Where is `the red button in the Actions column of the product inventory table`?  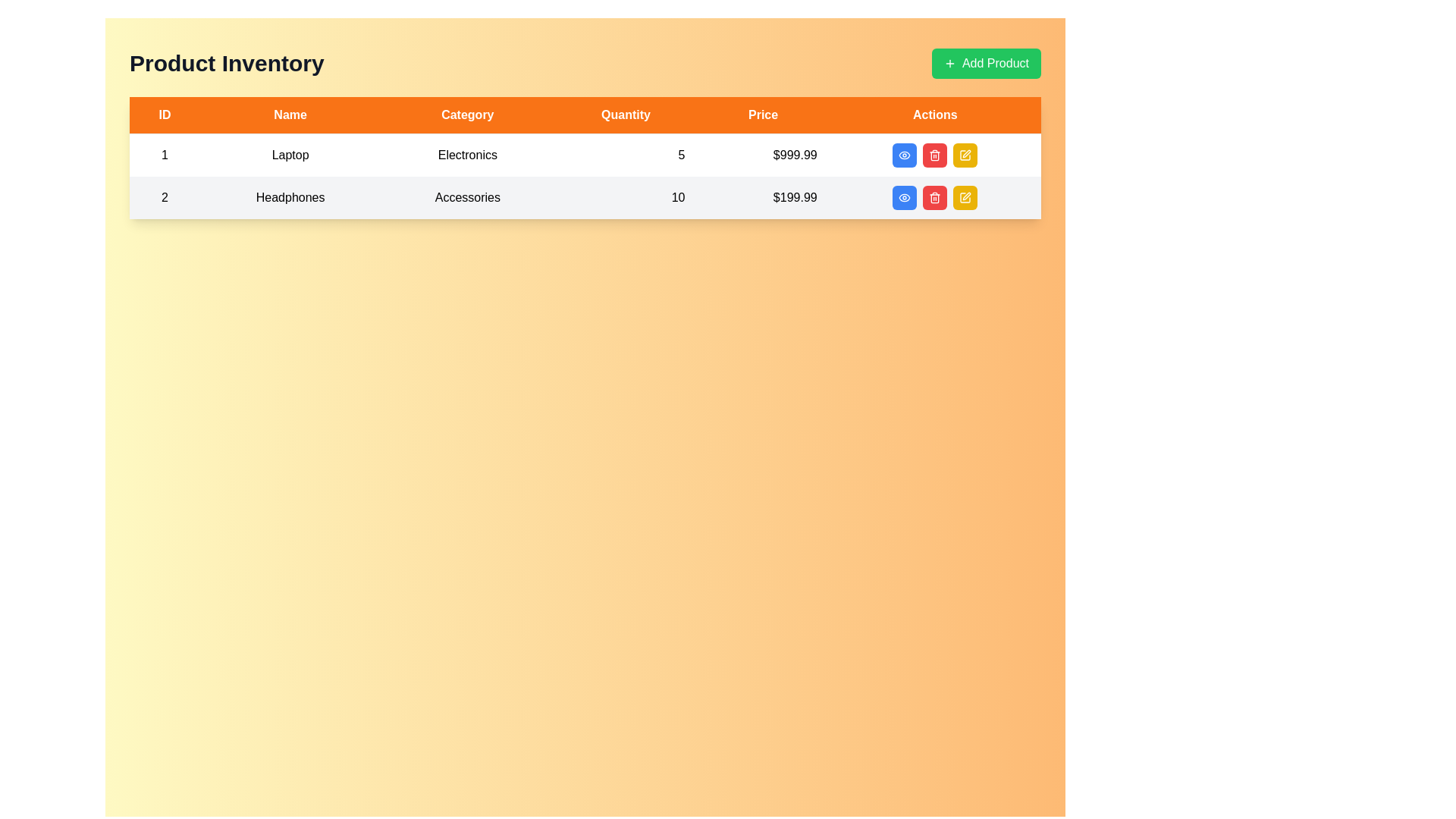 the red button in the Actions column of the product inventory table is located at coordinates (934, 155).